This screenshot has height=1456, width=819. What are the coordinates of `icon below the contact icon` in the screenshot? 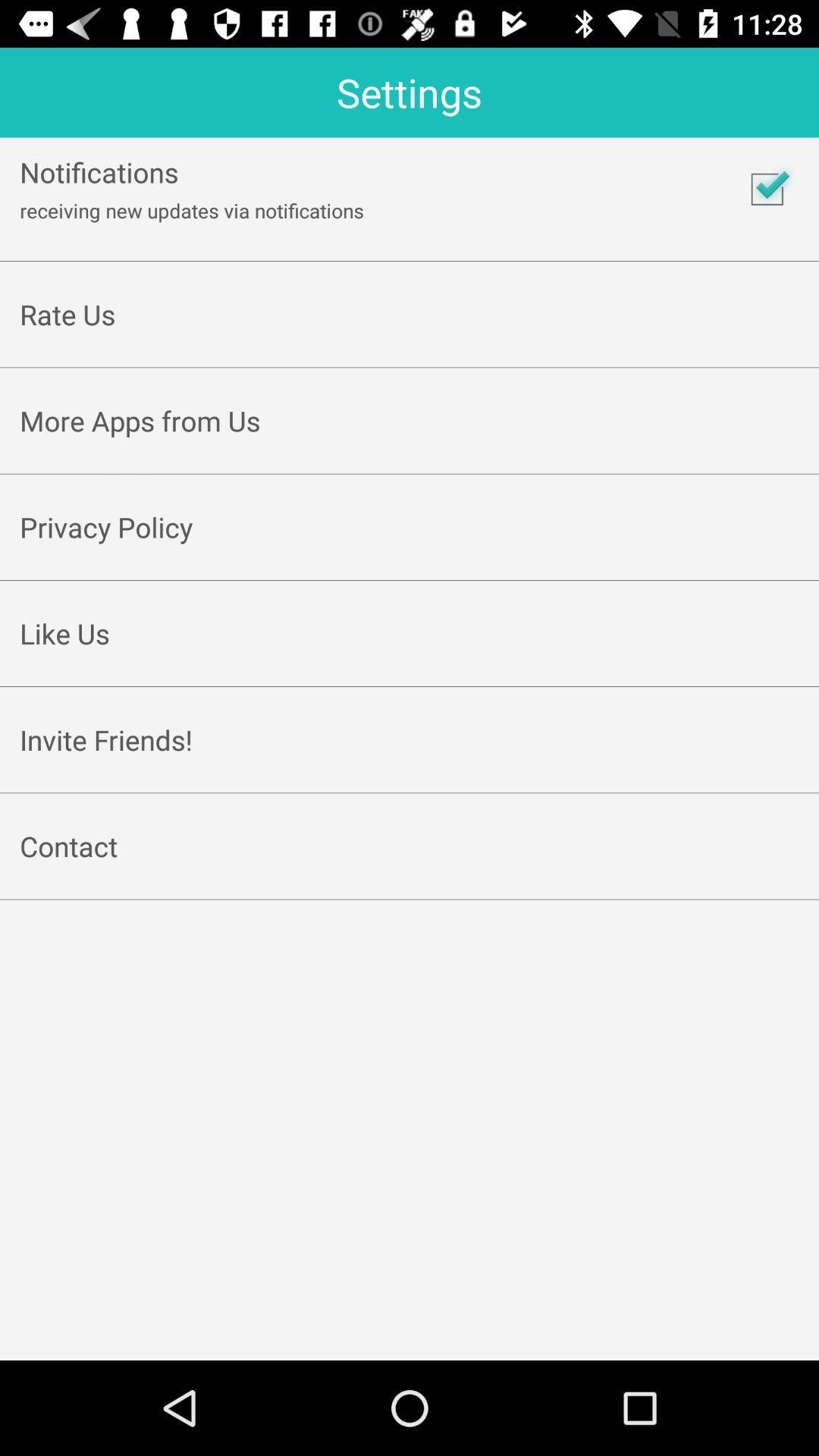 It's located at (409, 882).